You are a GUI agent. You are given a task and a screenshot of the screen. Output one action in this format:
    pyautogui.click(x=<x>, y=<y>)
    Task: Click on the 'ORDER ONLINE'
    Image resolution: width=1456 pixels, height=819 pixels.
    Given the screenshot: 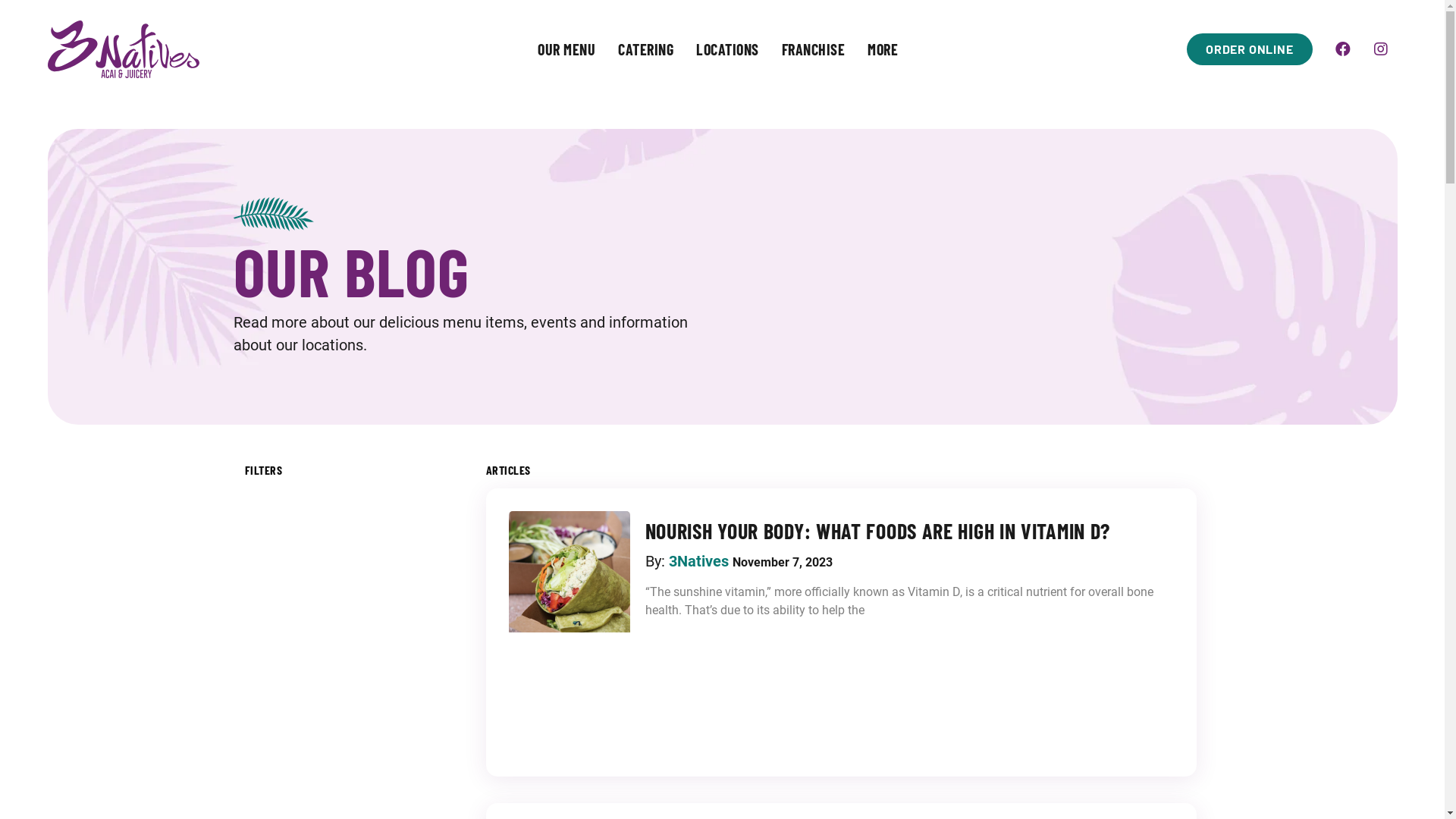 What is the action you would take?
    pyautogui.click(x=1249, y=49)
    